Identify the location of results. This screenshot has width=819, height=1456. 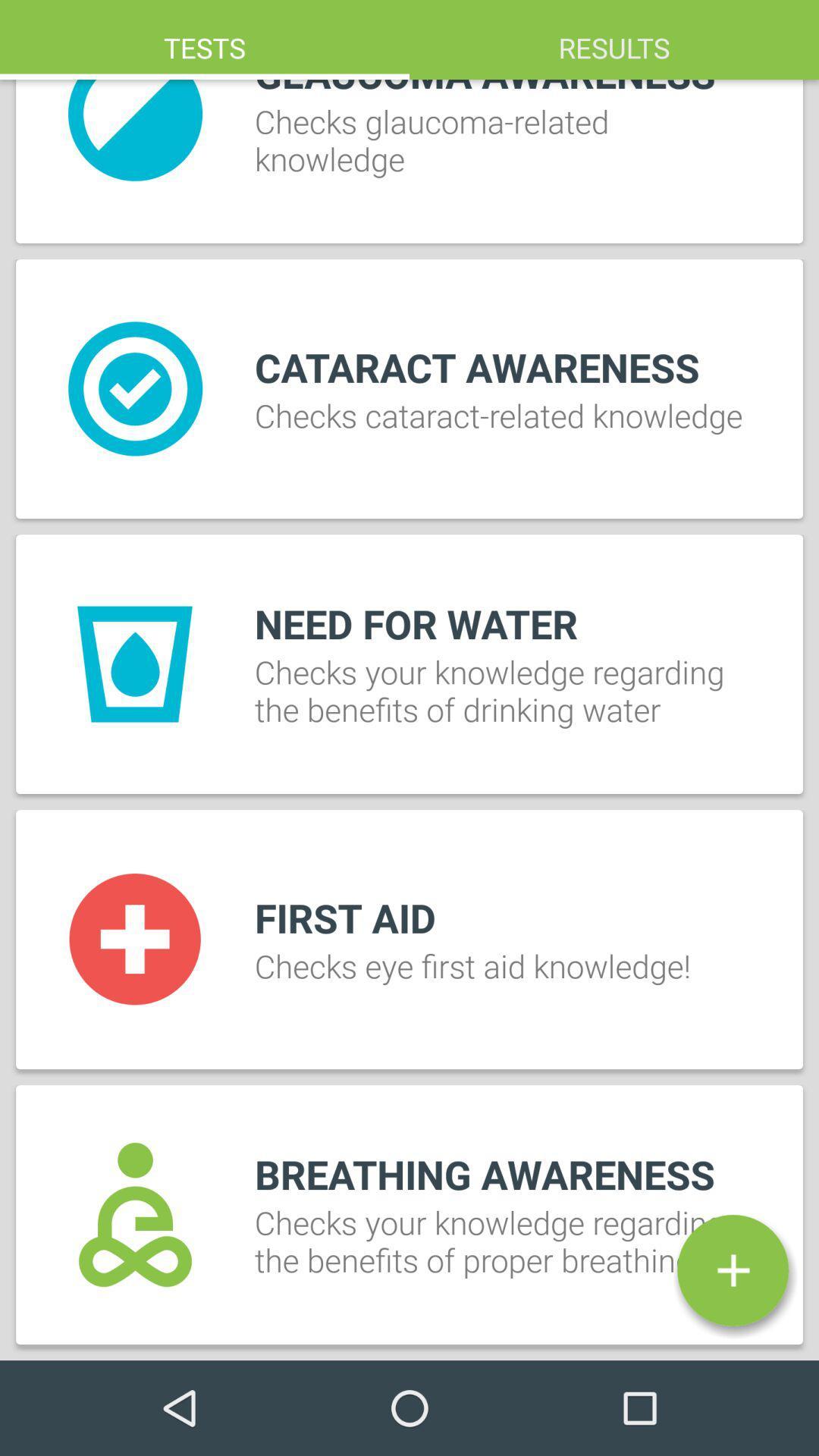
(614, 39).